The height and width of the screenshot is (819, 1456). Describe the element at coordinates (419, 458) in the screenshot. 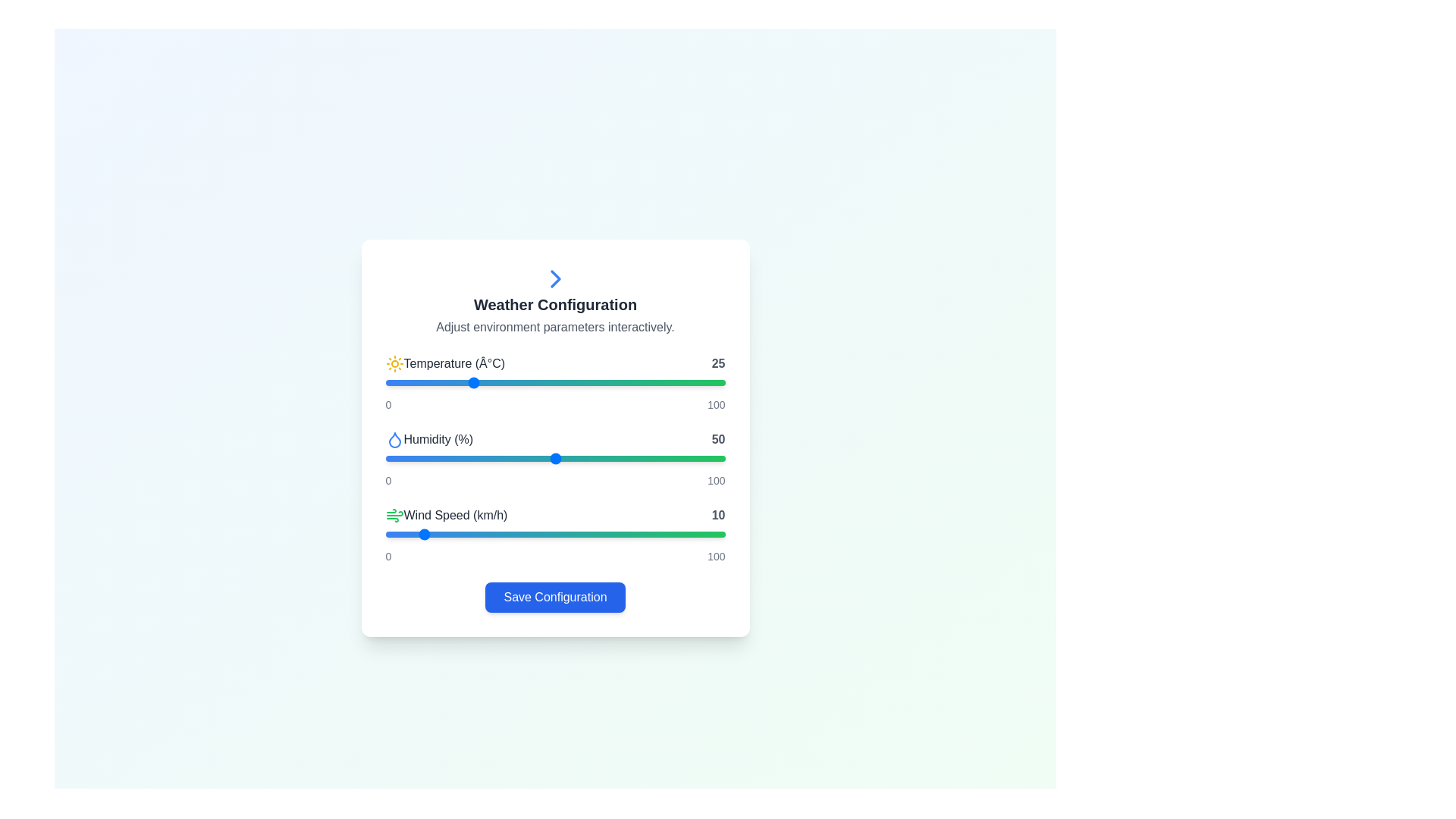

I see `the humidity level` at that location.